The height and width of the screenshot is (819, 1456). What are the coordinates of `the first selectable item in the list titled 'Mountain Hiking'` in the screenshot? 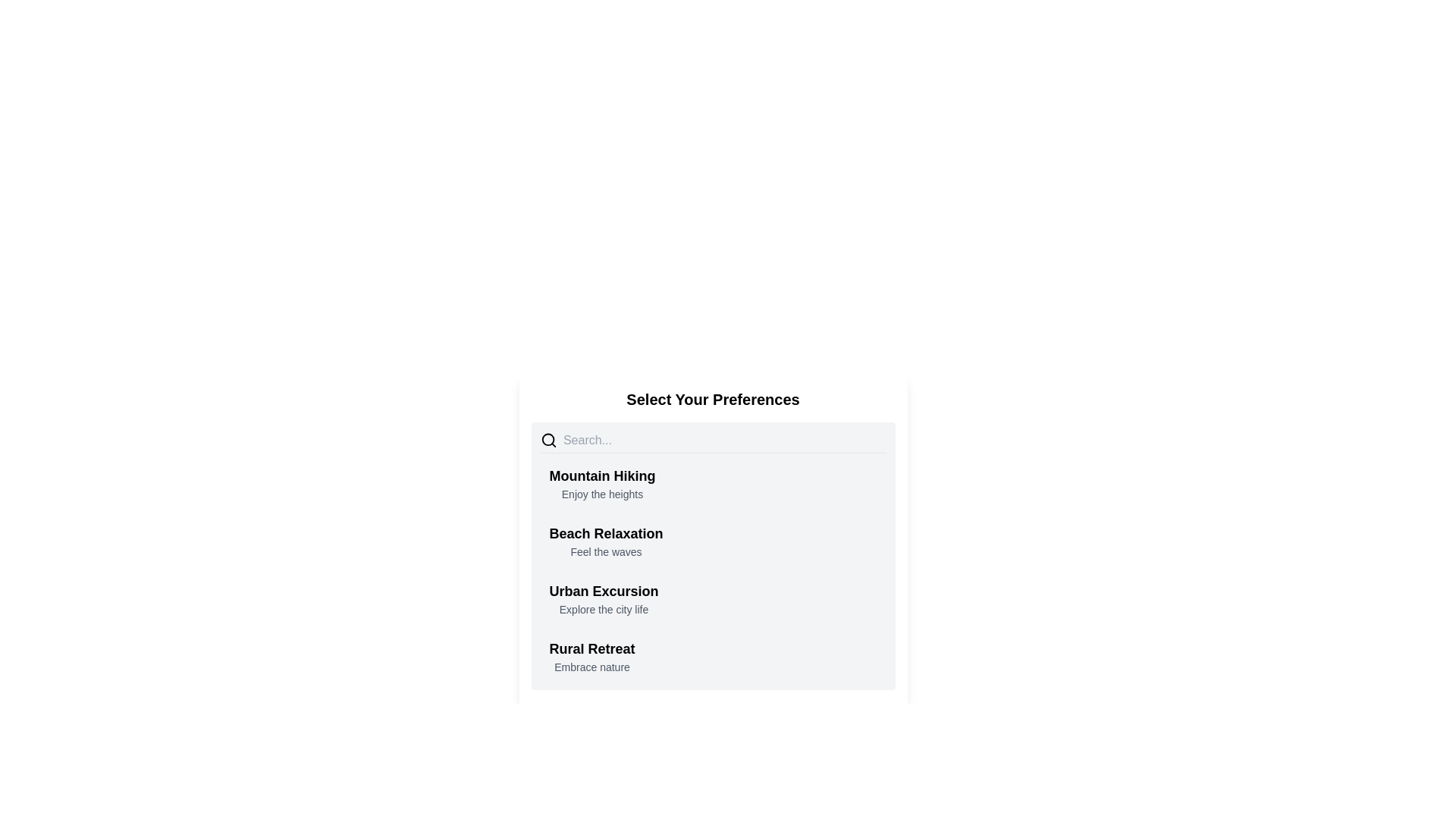 It's located at (712, 483).